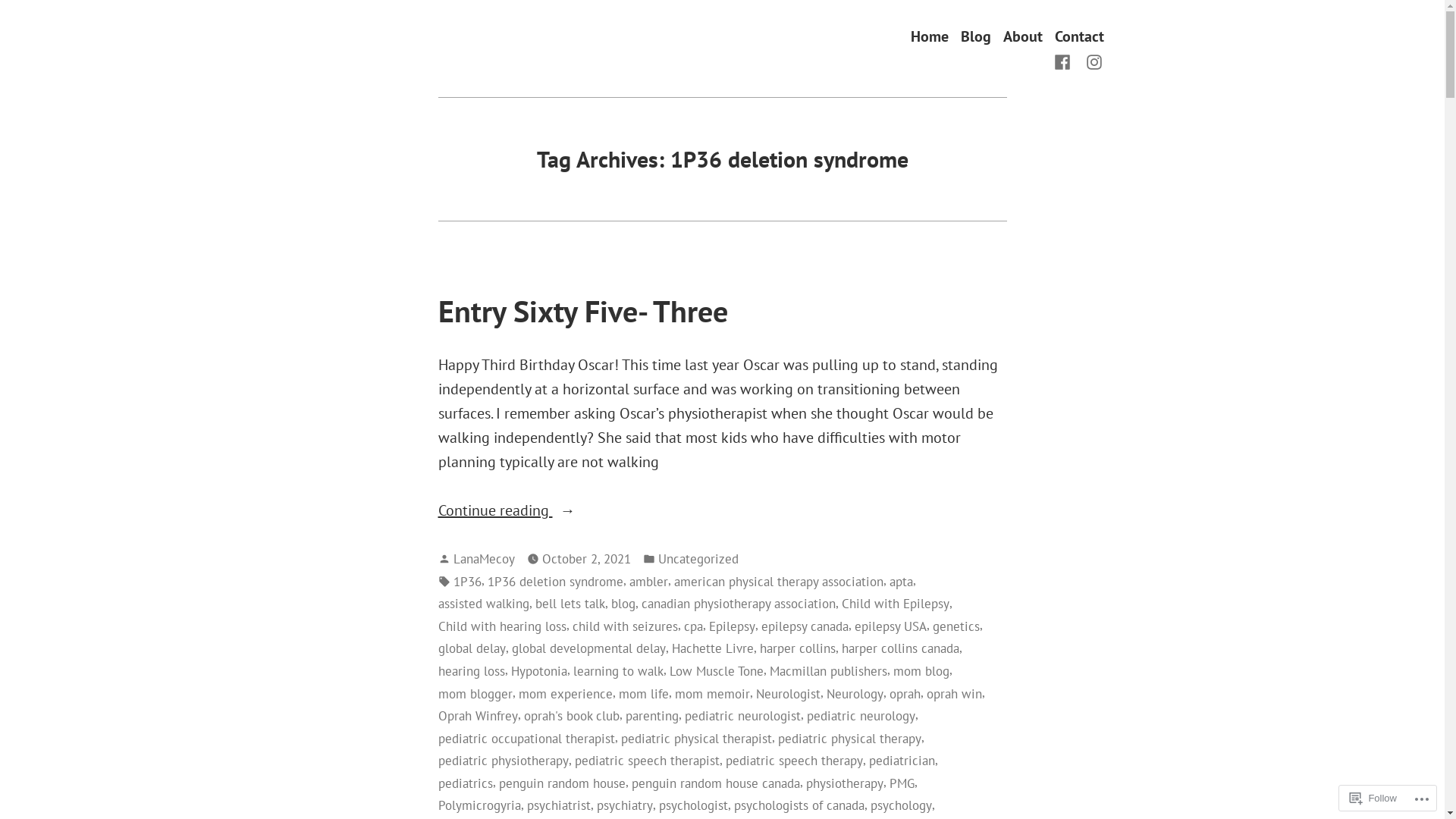 This screenshot has width=1456, height=819. What do you see at coordinates (587, 648) in the screenshot?
I see `'global developmental delay'` at bounding box center [587, 648].